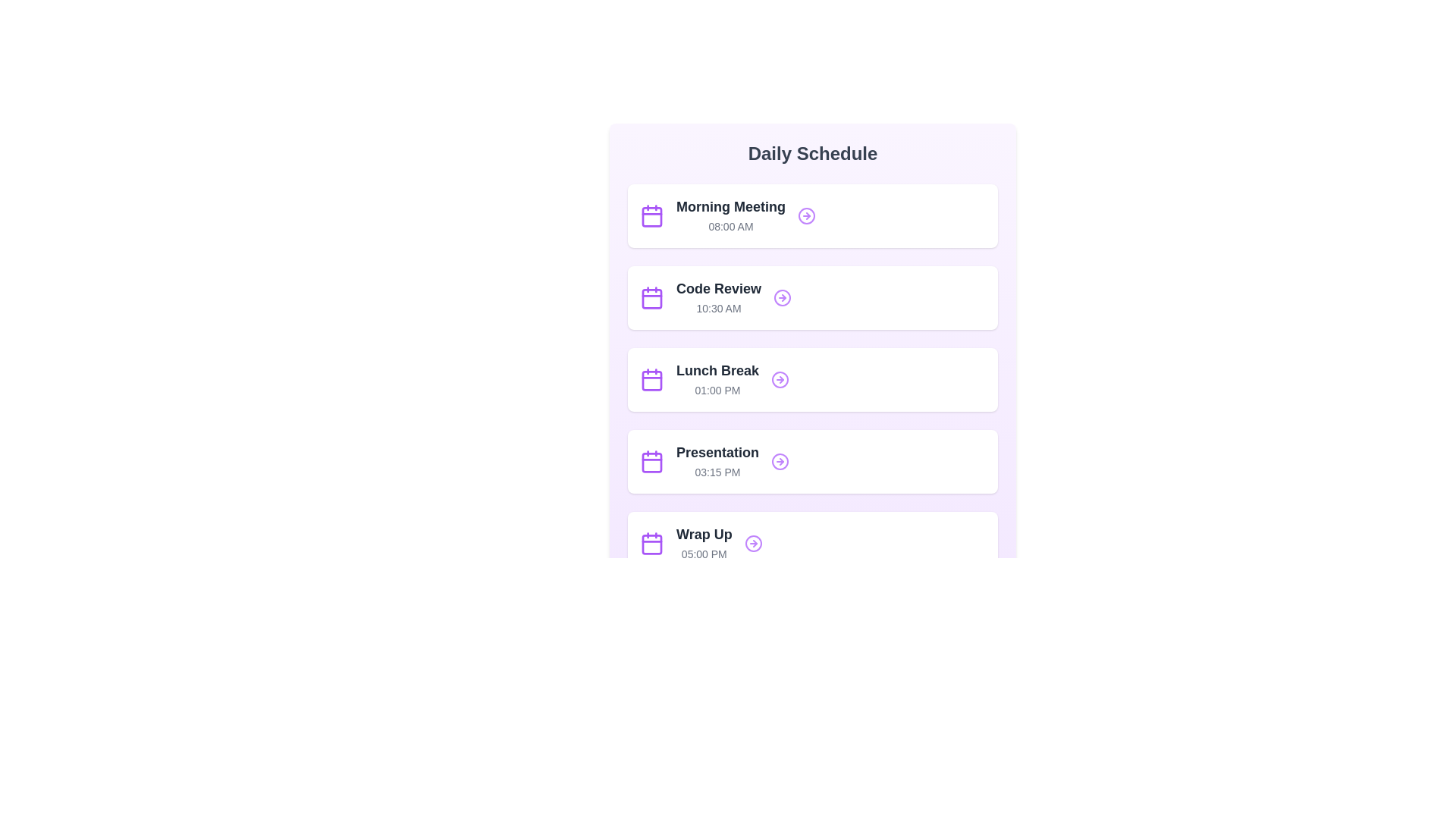  I want to click on the scheduled event label titled 'Presentation' at 03:15 PM, located in the fourth card of the vertical schedule list, so click(717, 461).